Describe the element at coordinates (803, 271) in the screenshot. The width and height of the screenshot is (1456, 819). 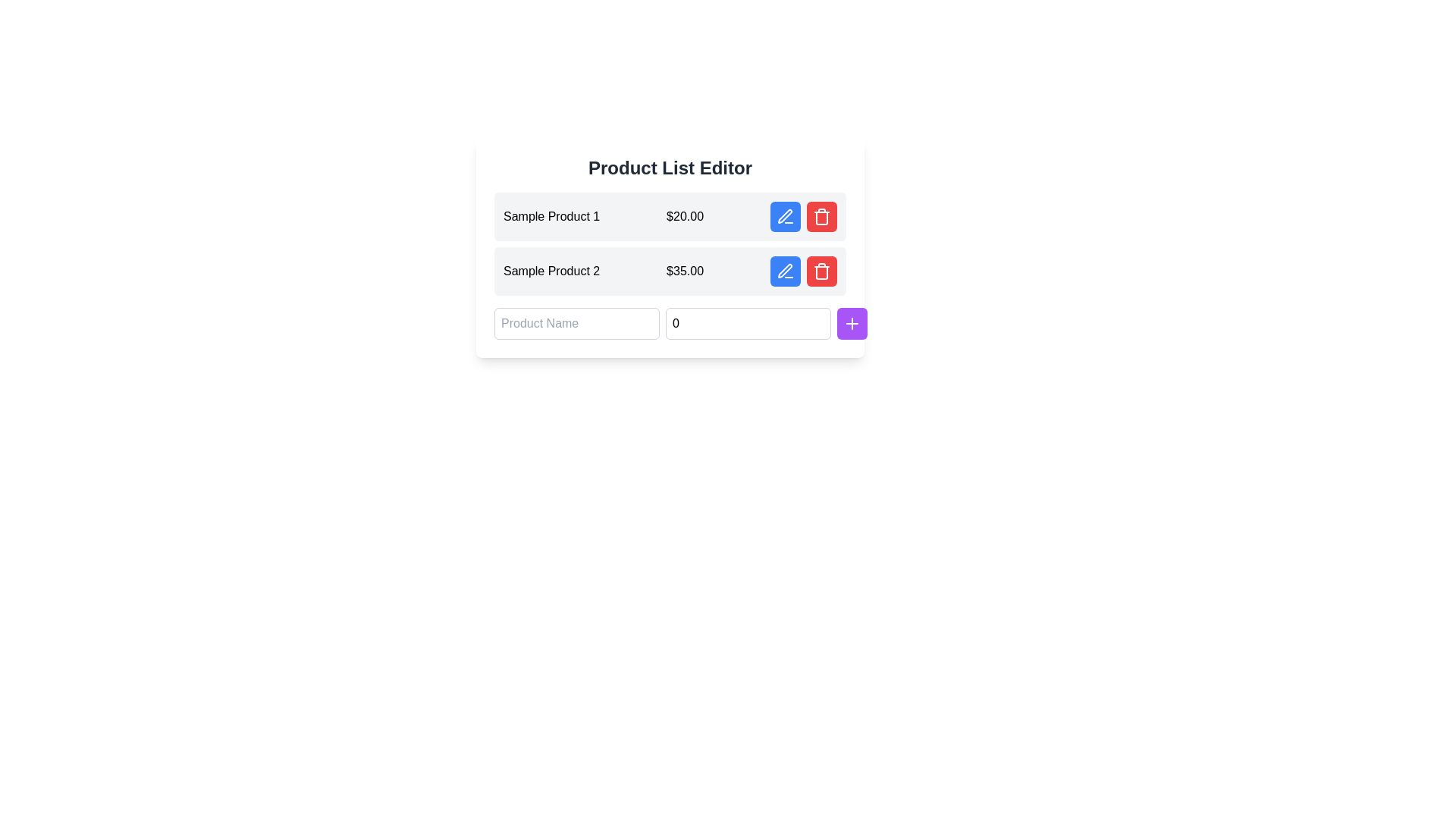
I see `the edit button (blue with a pencil icon) located to the right of 'Sample Product 2' and '$35.00' to initiate editing the product` at that location.